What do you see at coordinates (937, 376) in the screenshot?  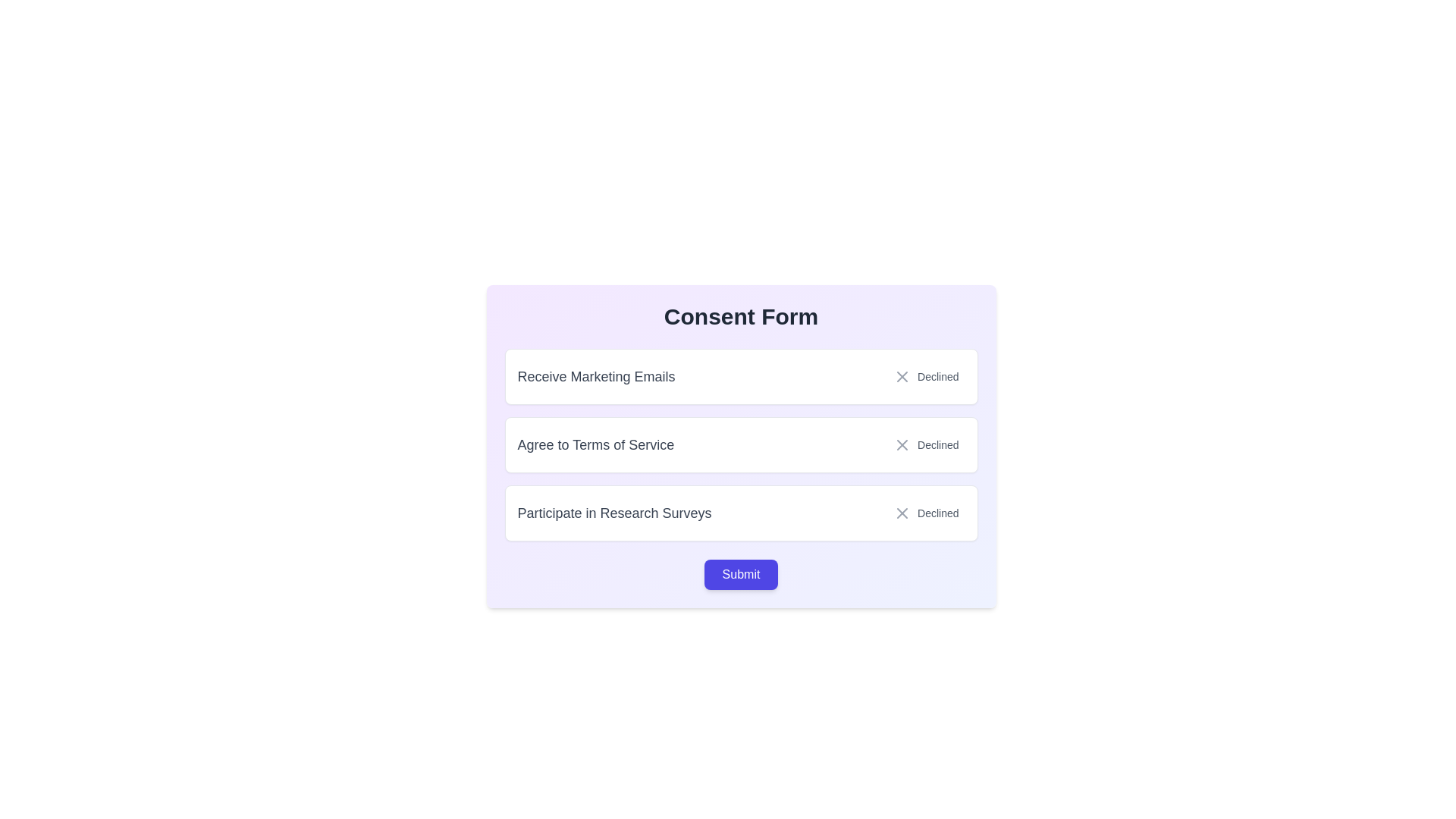 I see `the Text Label displaying the word 'Declined', which is styled in a smaller font size and grayish tone, located to the right of an 'X' icon within the first row beneath the 'Consent Form' header` at bounding box center [937, 376].